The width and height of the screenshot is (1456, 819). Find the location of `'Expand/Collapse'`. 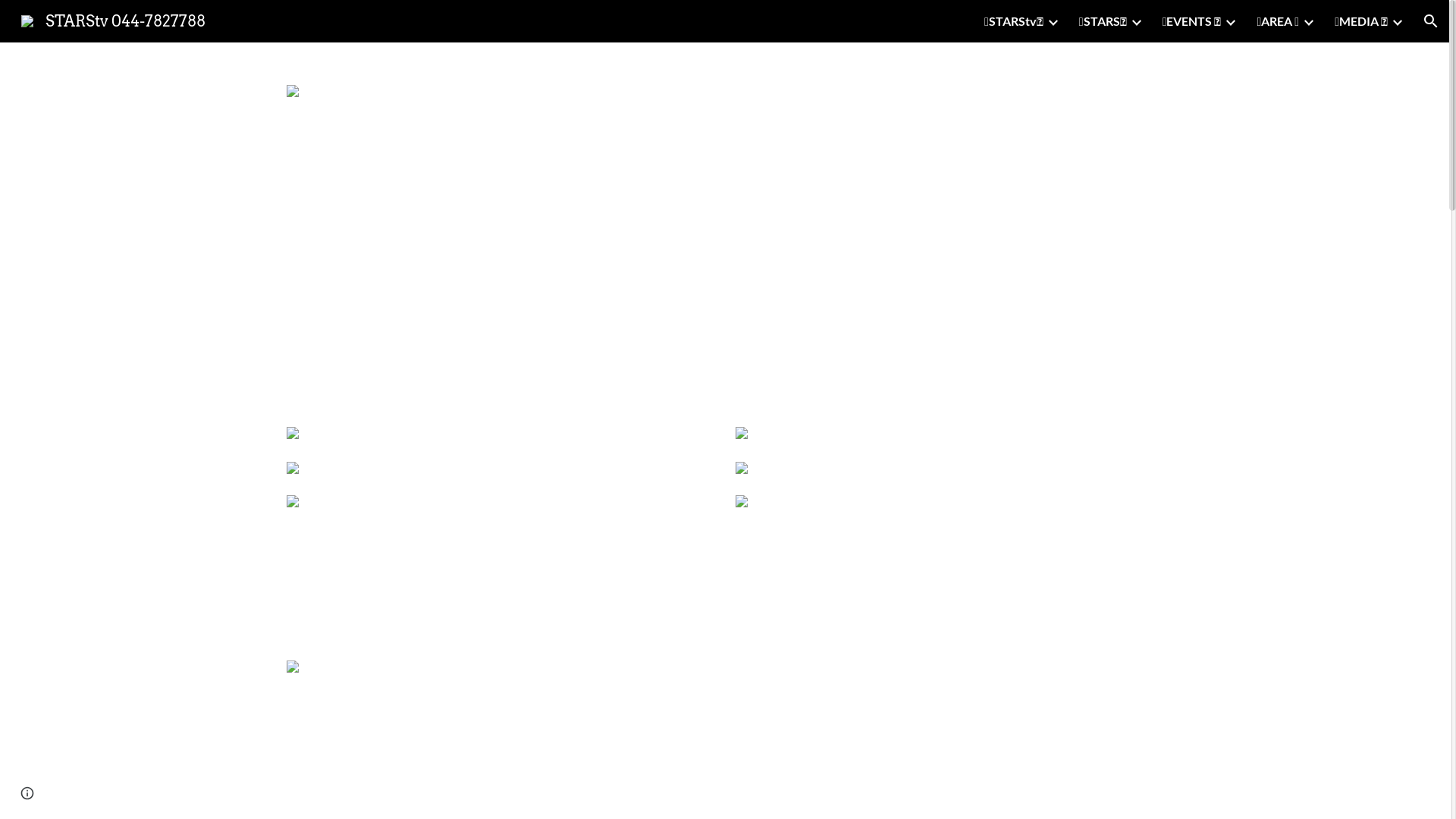

'Expand/Collapse' is located at coordinates (1135, 20).